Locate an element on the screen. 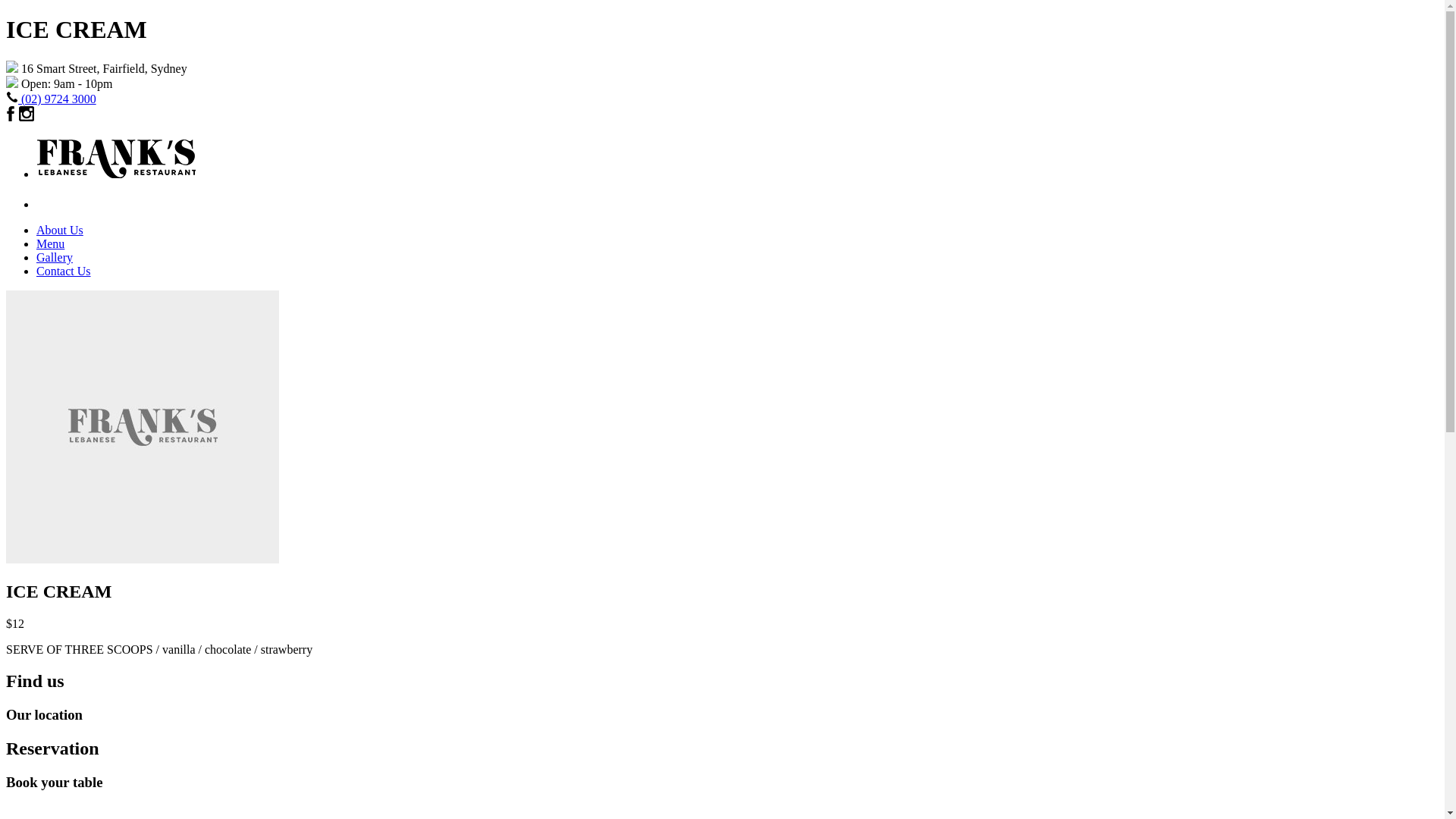  '(02) 9724 3000' is located at coordinates (58, 99).